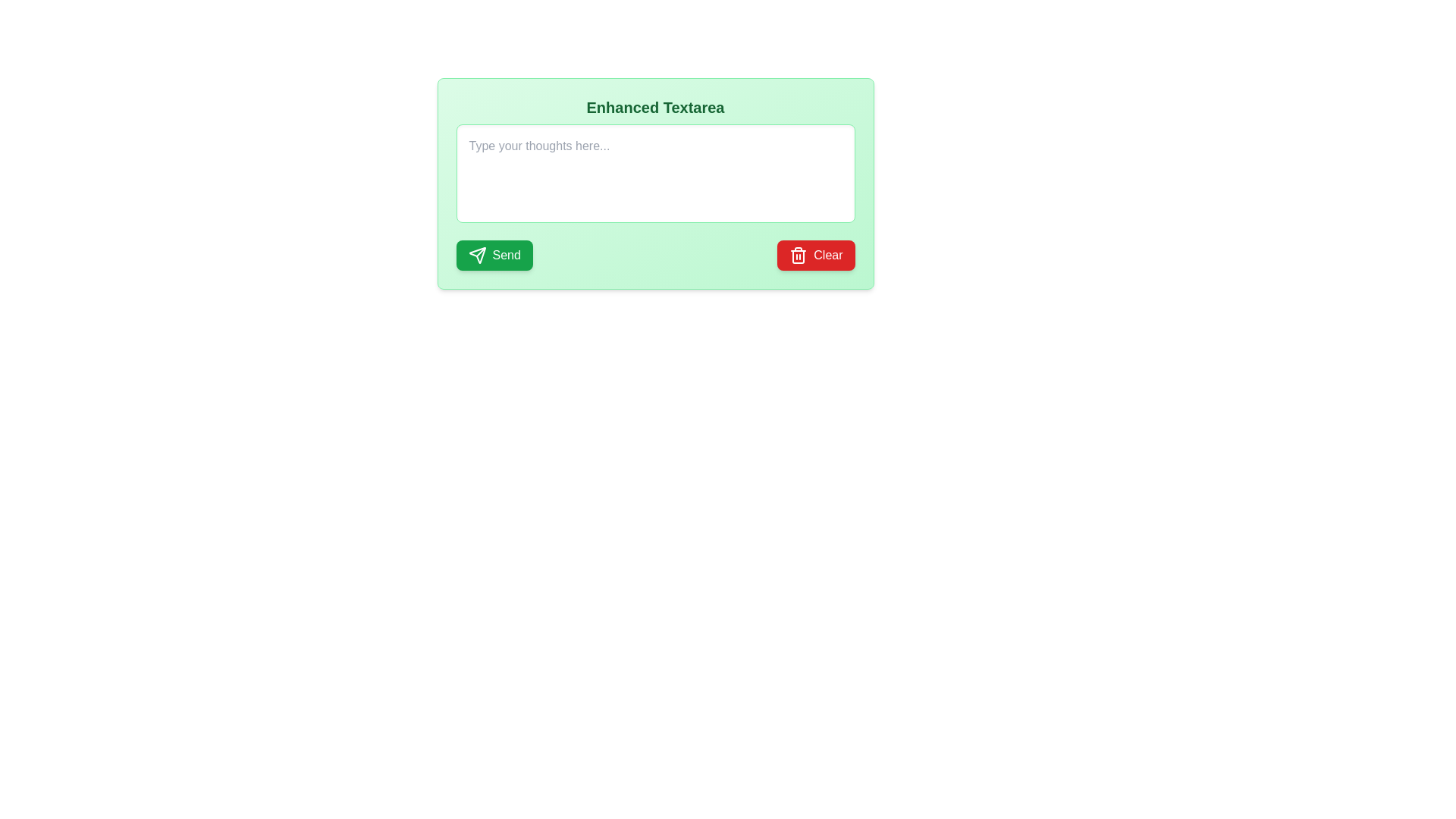 The height and width of the screenshot is (819, 1456). What do you see at coordinates (494, 254) in the screenshot?
I see `the green 'Send' button with white text and a paper plane icon` at bounding box center [494, 254].